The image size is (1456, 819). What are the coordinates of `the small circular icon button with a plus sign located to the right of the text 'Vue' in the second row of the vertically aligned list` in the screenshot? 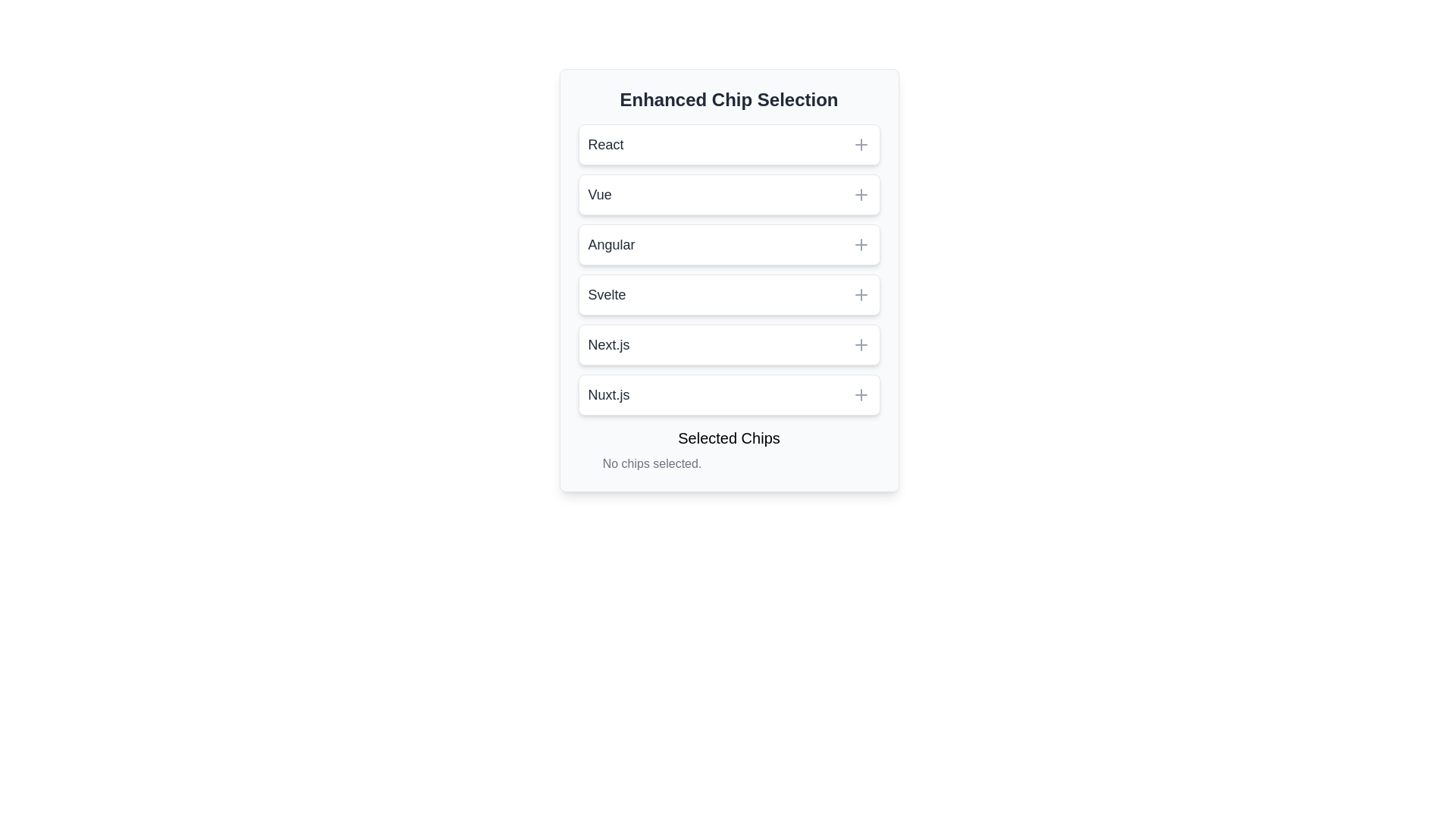 It's located at (861, 194).